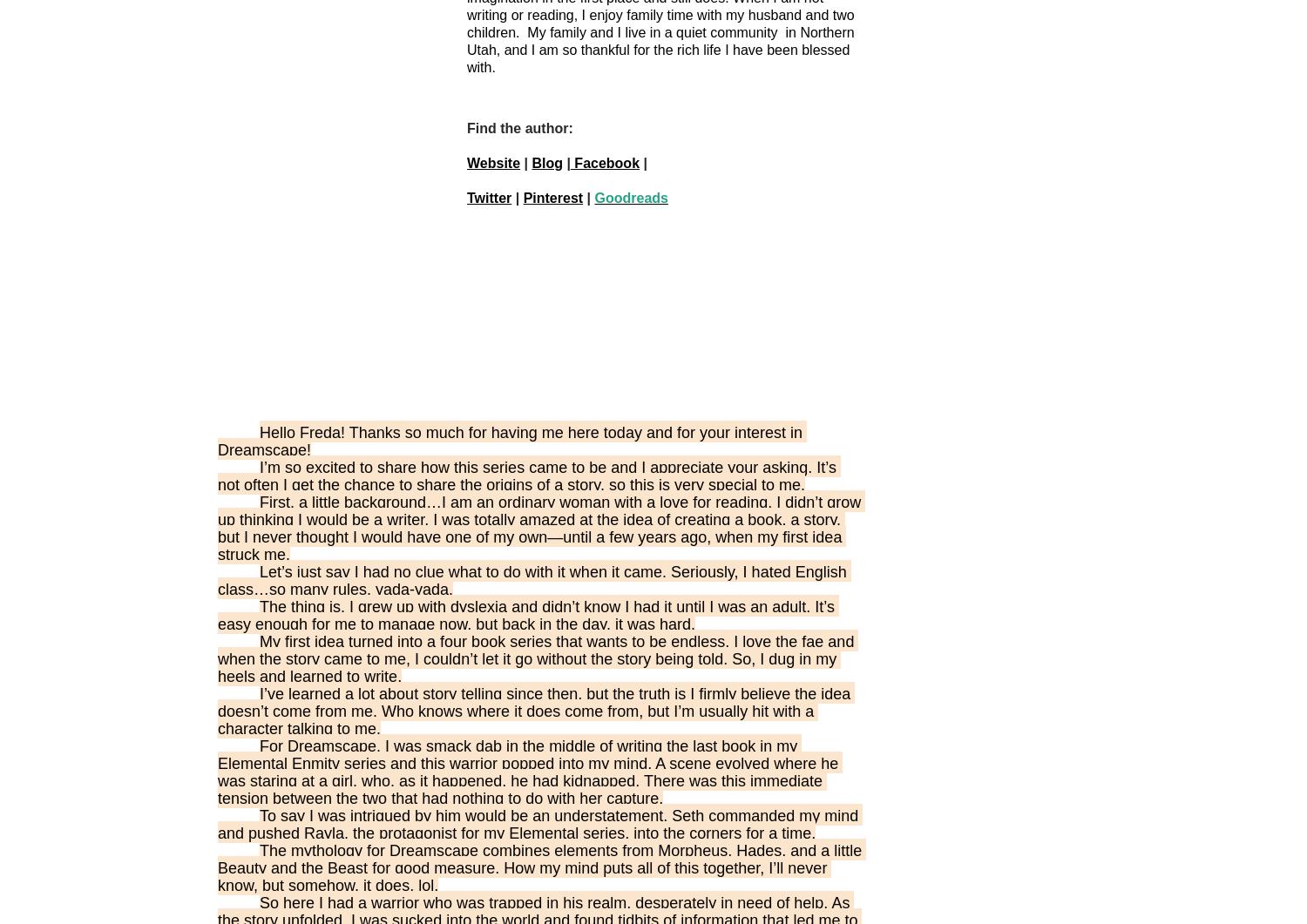  Describe the element at coordinates (489, 197) in the screenshot. I see `'Twitter'` at that location.